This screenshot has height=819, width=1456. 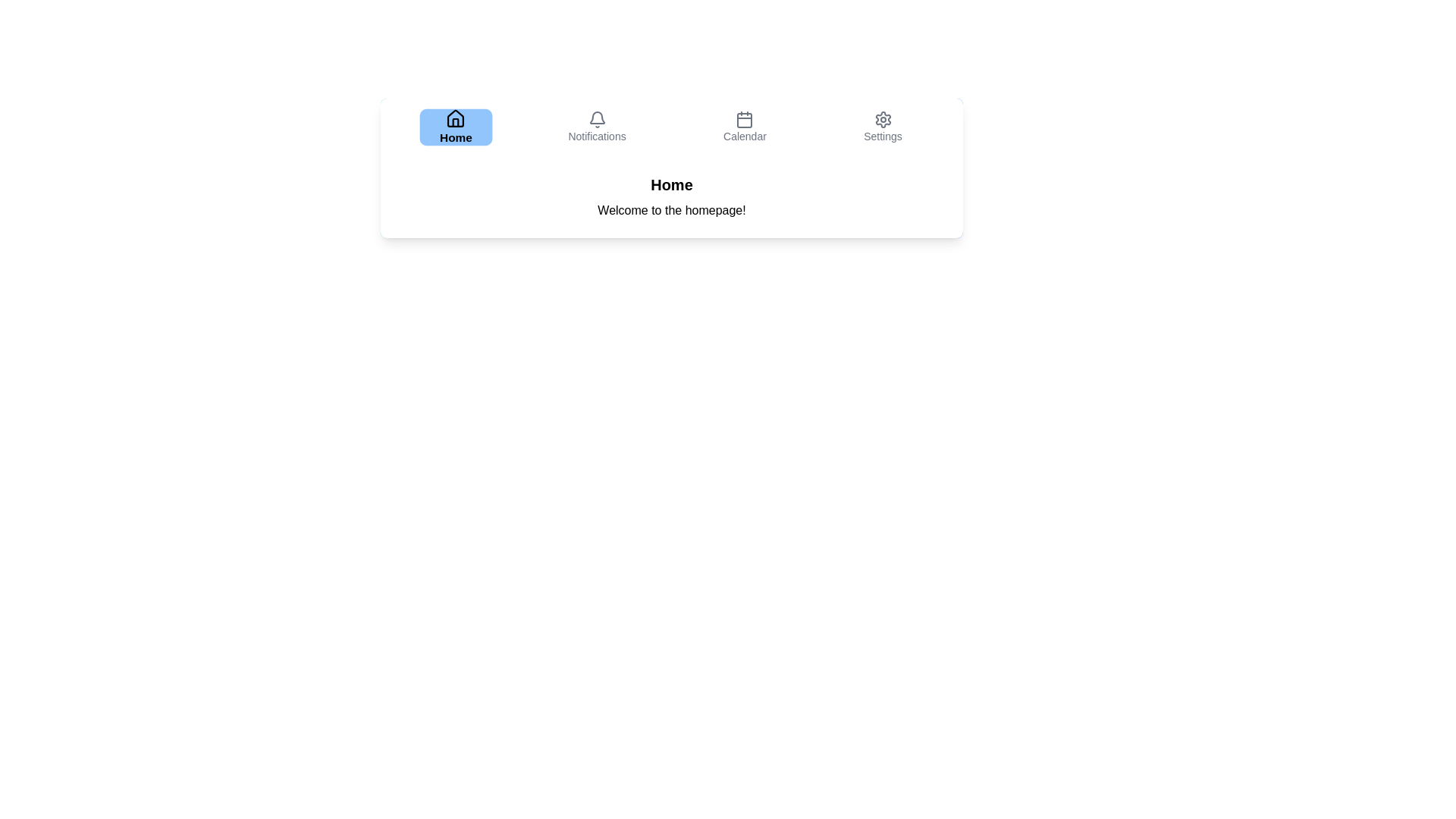 What do you see at coordinates (745, 119) in the screenshot?
I see `the main body of the calendar icon located in the toolbar, which is flanked by the Notifications icon on the left and the Settings icon on the right` at bounding box center [745, 119].